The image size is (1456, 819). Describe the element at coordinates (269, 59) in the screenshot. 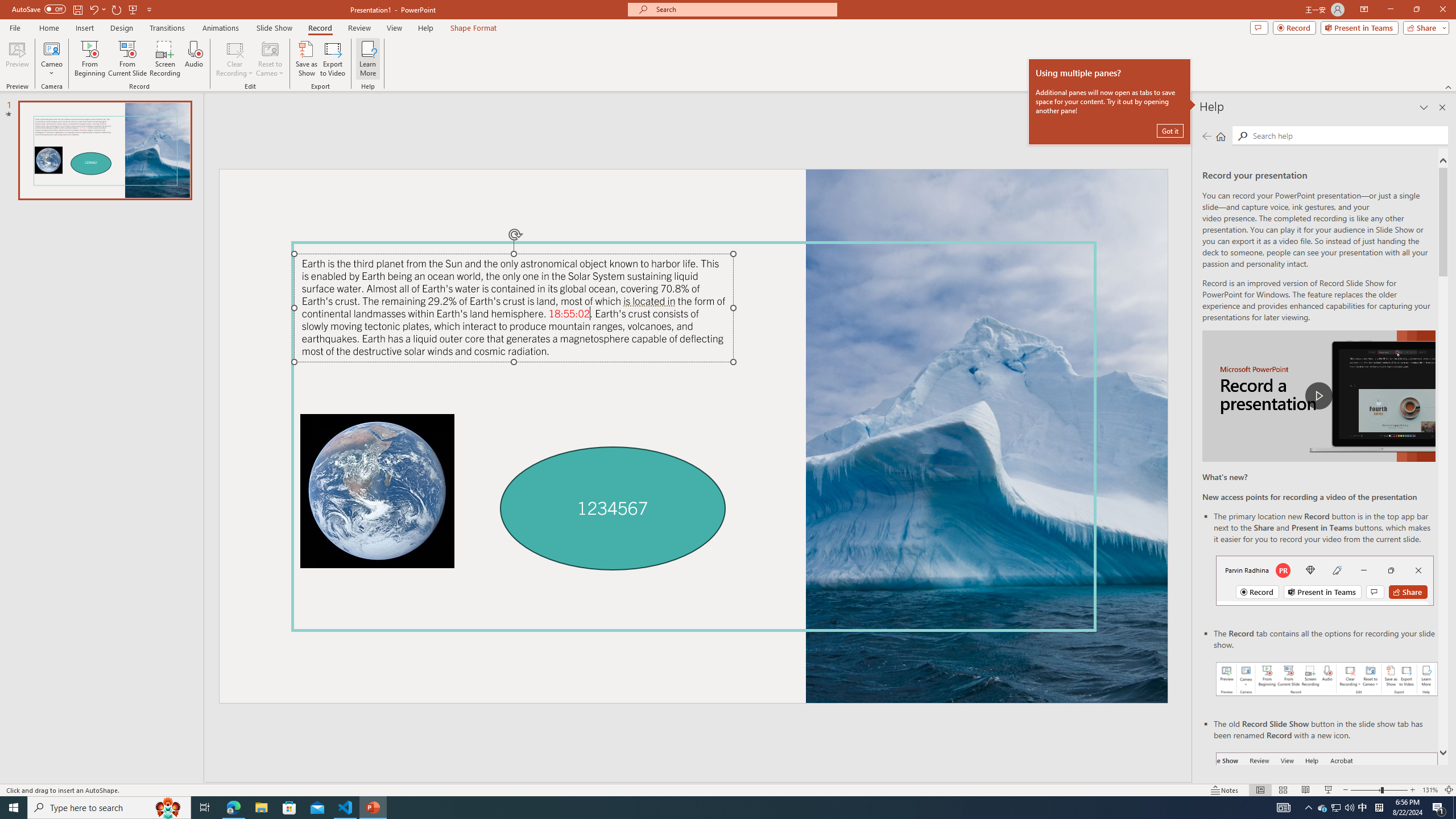

I see `'Reset to Cameo'` at that location.